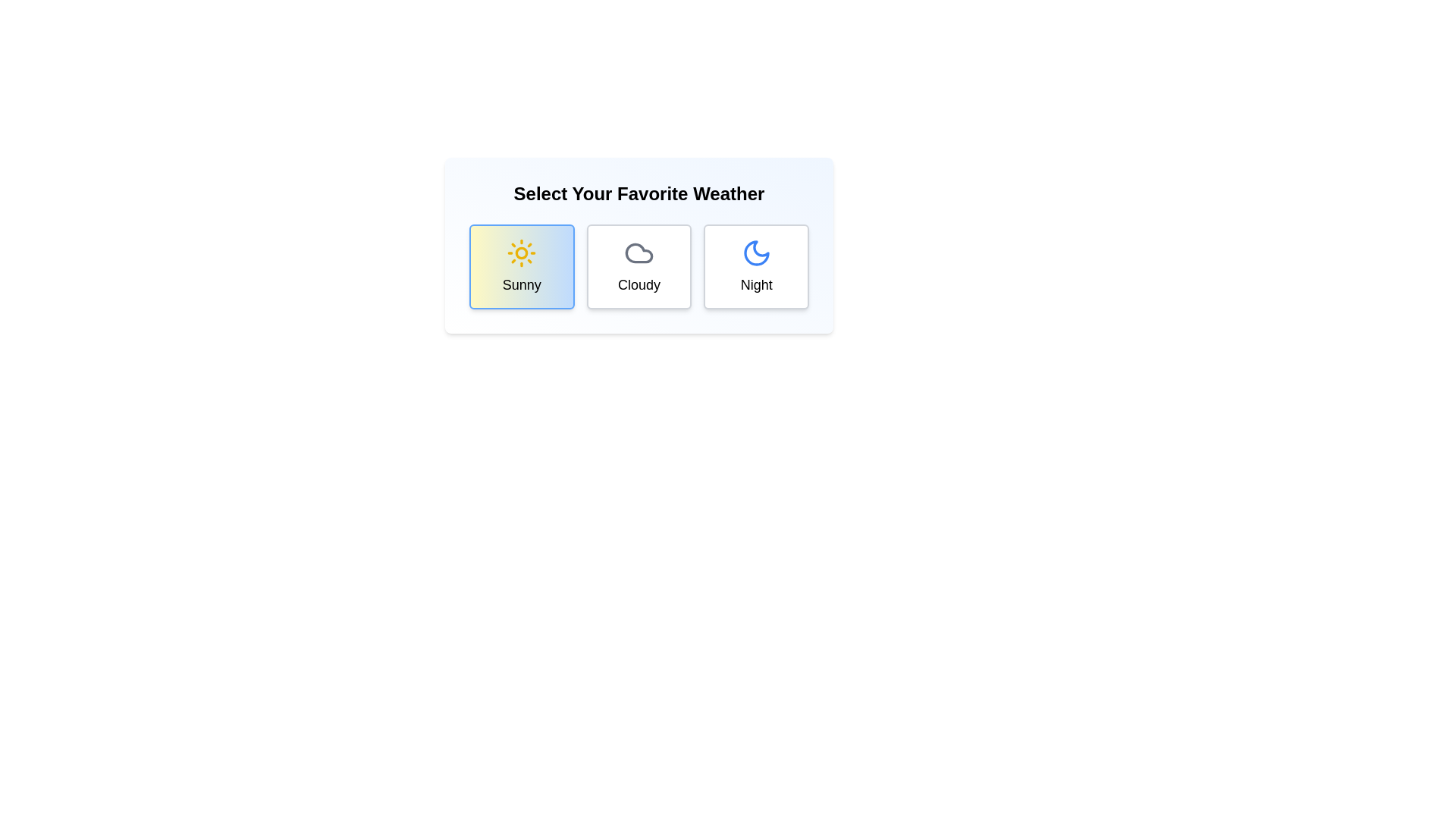 The width and height of the screenshot is (1456, 819). What do you see at coordinates (522, 253) in the screenshot?
I see `the central circular yellow icon of the sun illustration, which is part of the 'Sunny' option in the weather selection row below 'Select Your Favorite Weather.'` at bounding box center [522, 253].